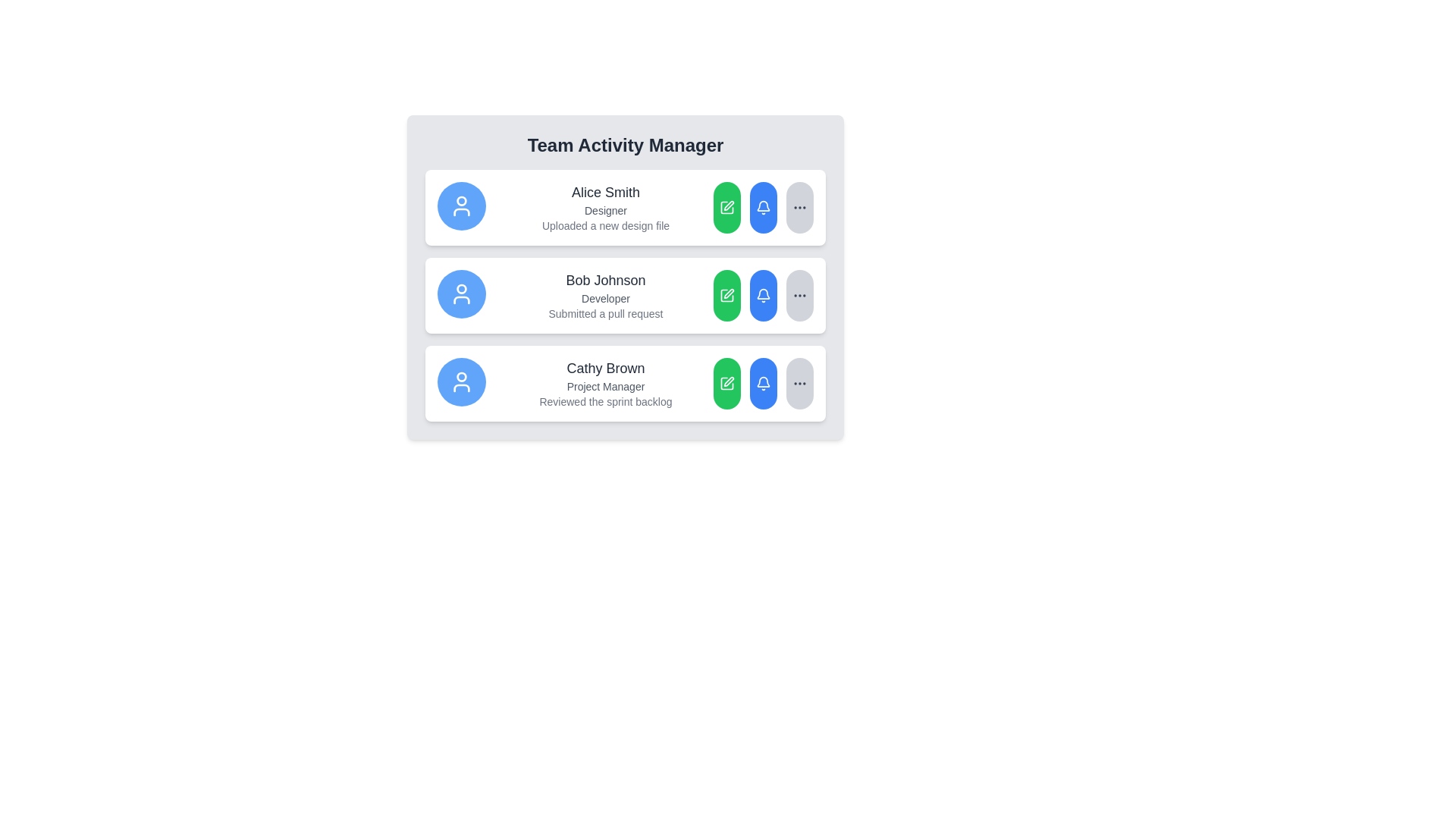 This screenshot has width=1456, height=819. What do you see at coordinates (461, 294) in the screenshot?
I see `the circular blue Avatar/Icon containing a white user symbol, positioned to the left of 'Bob Johnson' in the second entry of the list` at bounding box center [461, 294].